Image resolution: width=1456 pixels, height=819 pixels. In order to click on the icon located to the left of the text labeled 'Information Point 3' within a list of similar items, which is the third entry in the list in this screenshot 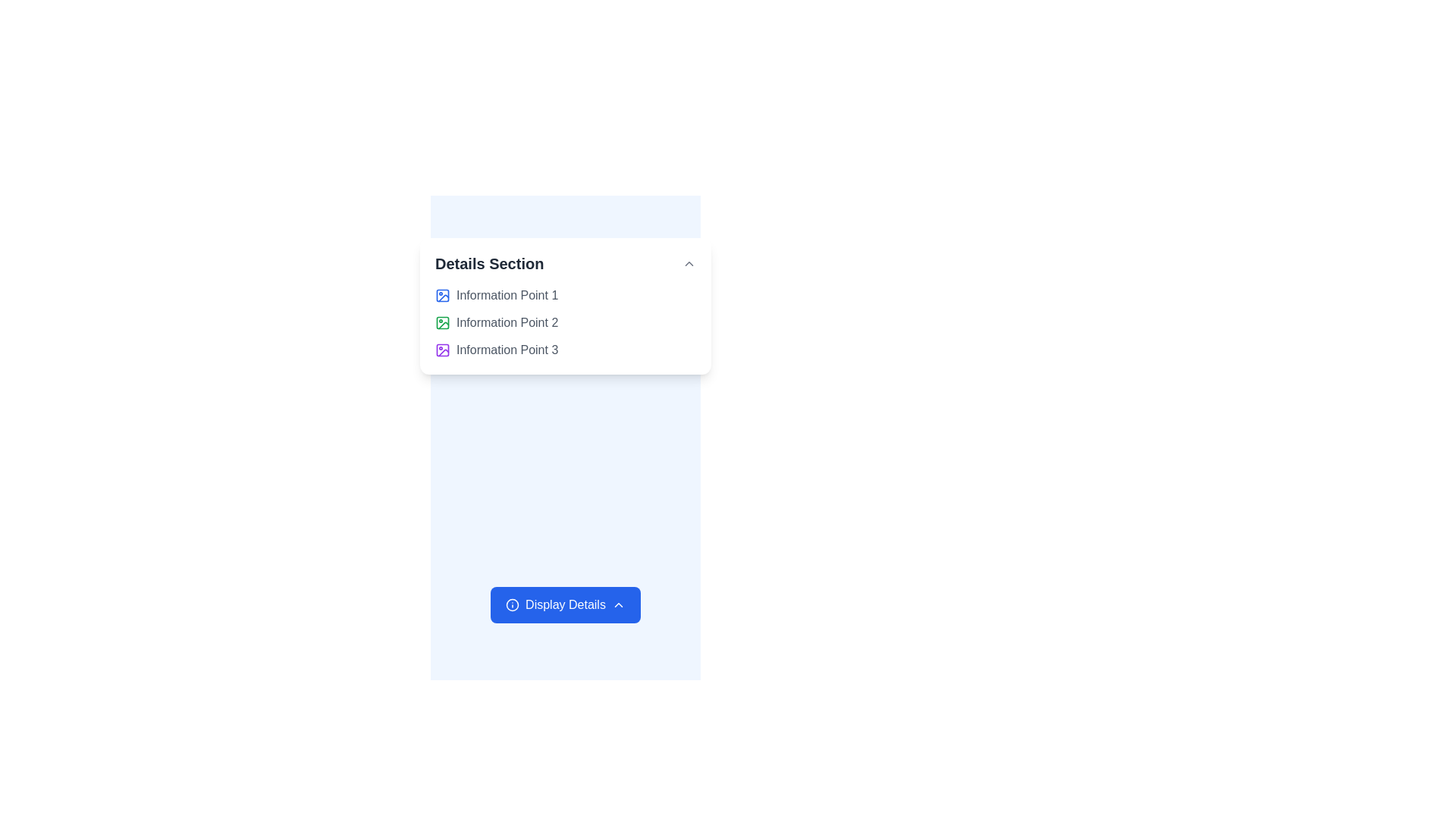, I will do `click(442, 350)`.